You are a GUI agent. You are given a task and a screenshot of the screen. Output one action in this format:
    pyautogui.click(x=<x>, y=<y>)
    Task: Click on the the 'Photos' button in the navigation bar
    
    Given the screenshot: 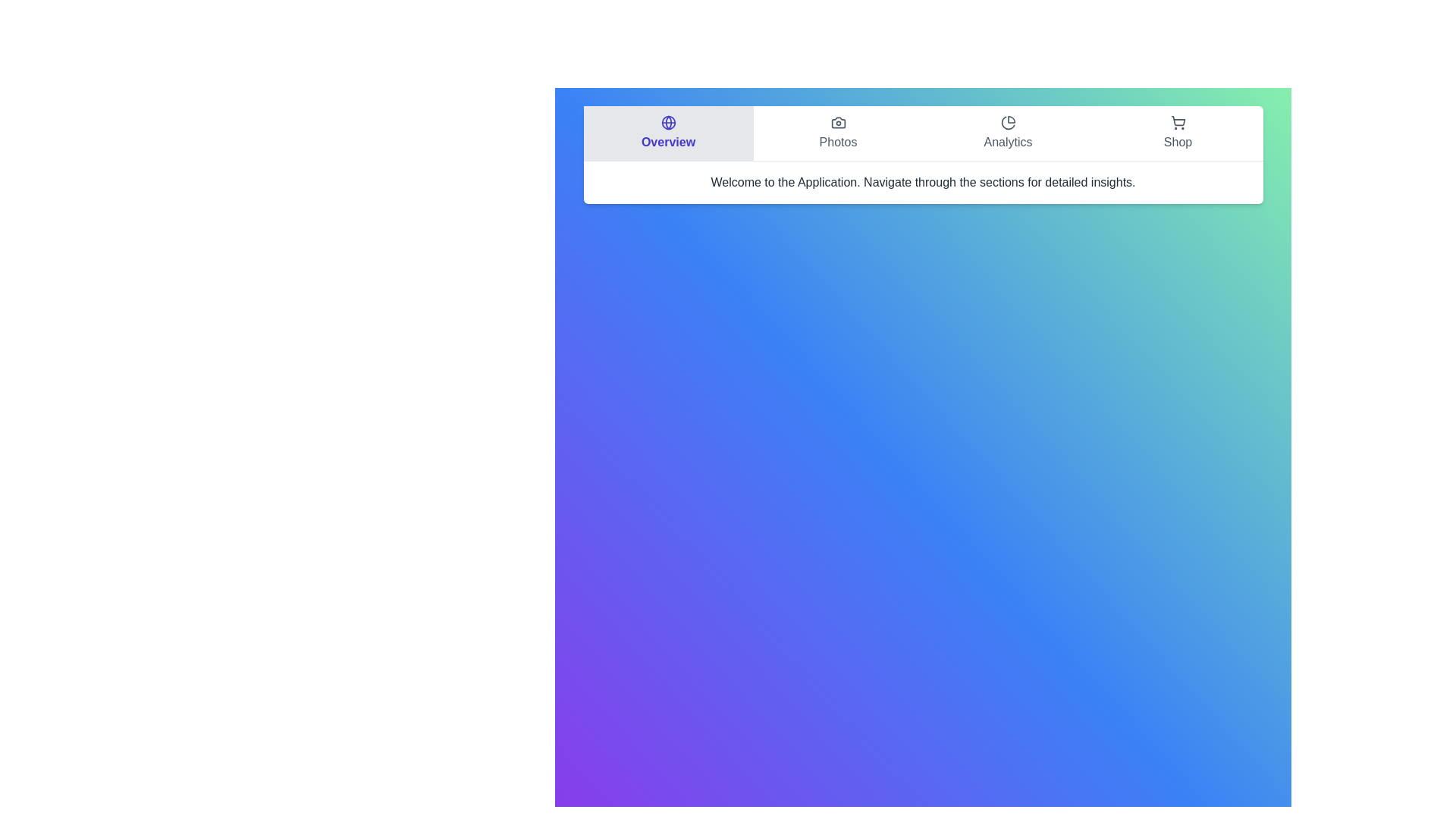 What is the action you would take?
    pyautogui.click(x=837, y=133)
    